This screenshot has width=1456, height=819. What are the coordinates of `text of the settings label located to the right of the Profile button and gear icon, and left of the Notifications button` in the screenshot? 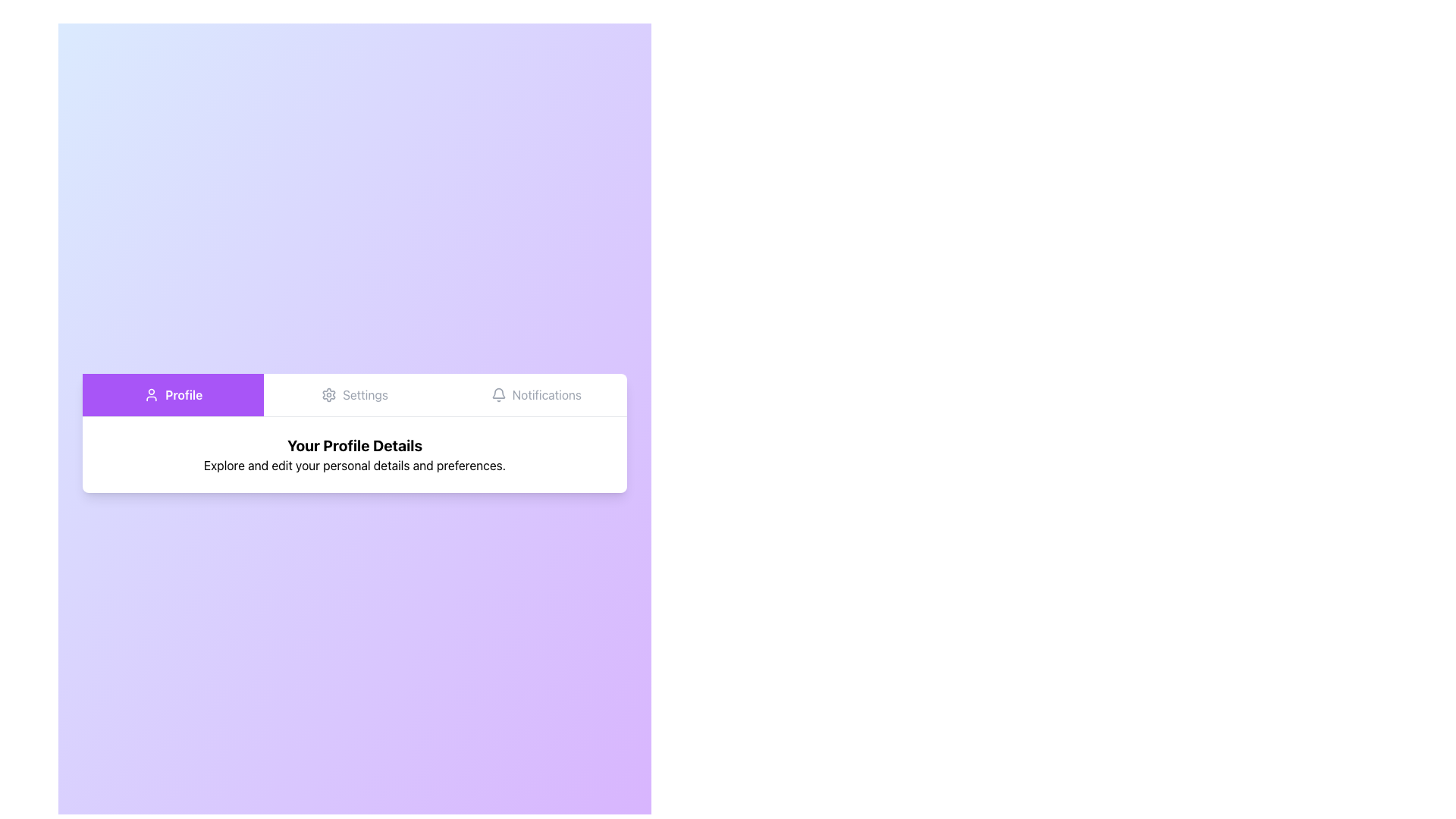 It's located at (365, 394).